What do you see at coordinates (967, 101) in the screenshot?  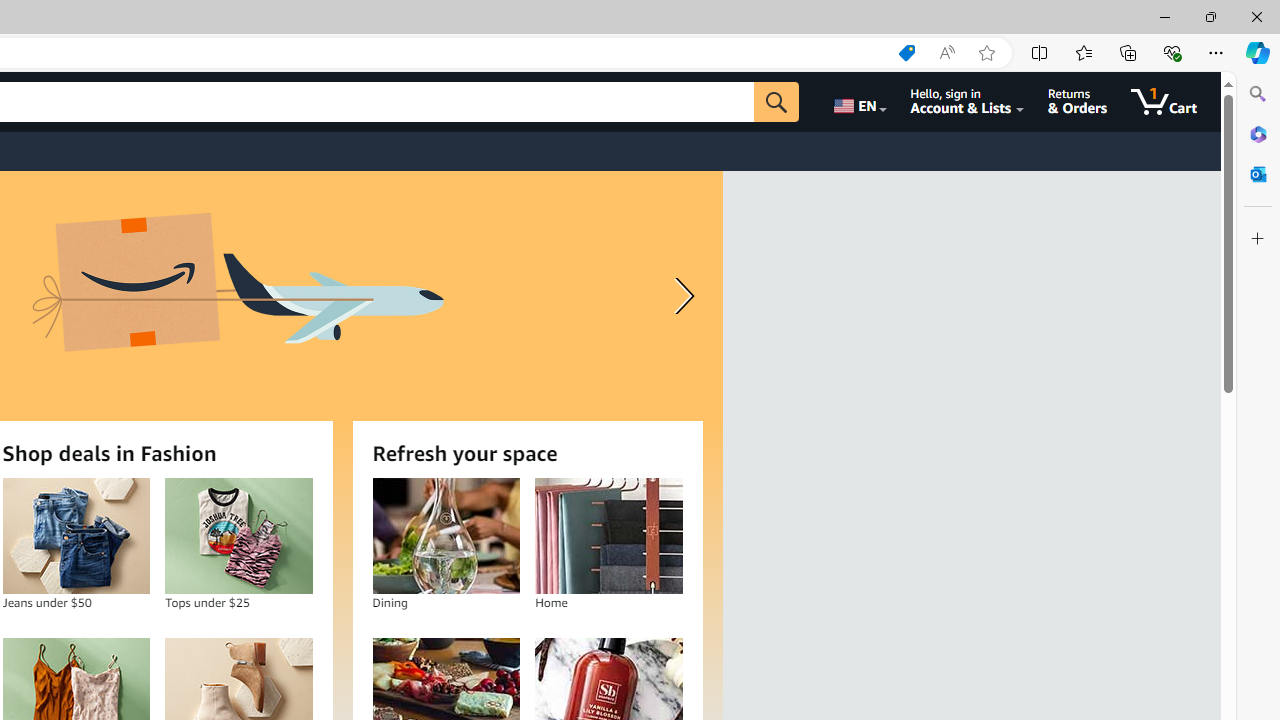 I see `'Hello, sign in Account & Lists'` at bounding box center [967, 101].